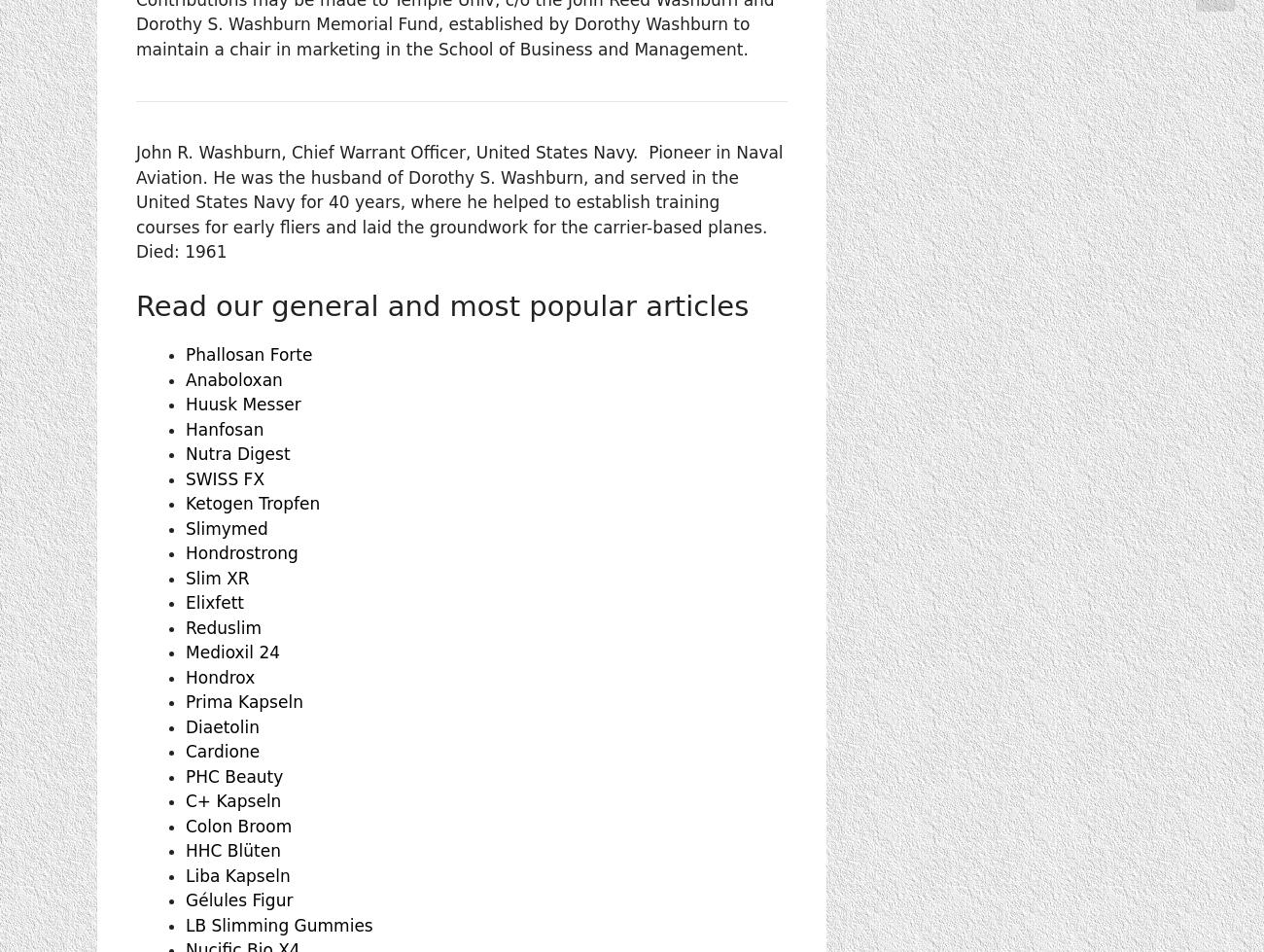 This screenshot has width=1264, height=952. I want to click on 'John R. Washburn, Chief Warrant Officer, United States Navy.  Pioneer in Naval Aviation. He was the husband of Dorothy S. Washburn, and served in the United States Navy for 40 years, where he helped to establish training courses for early fliers and laid the groundwork for the carrier-based planes. Died: 1961', so click(458, 202).